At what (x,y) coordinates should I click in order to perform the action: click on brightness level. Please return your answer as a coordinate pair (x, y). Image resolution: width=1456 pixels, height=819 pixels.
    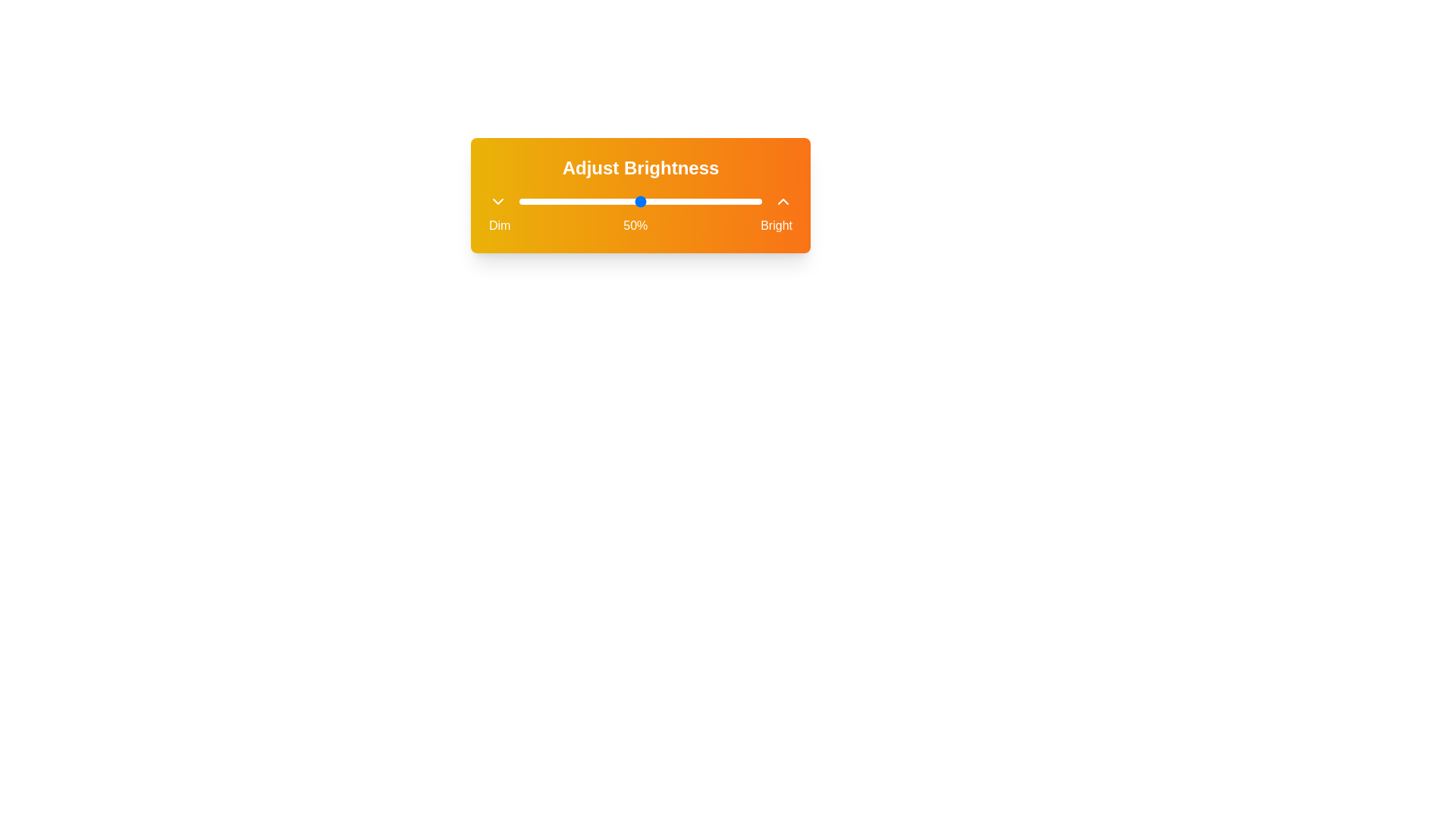
    Looking at the image, I should click on (552, 201).